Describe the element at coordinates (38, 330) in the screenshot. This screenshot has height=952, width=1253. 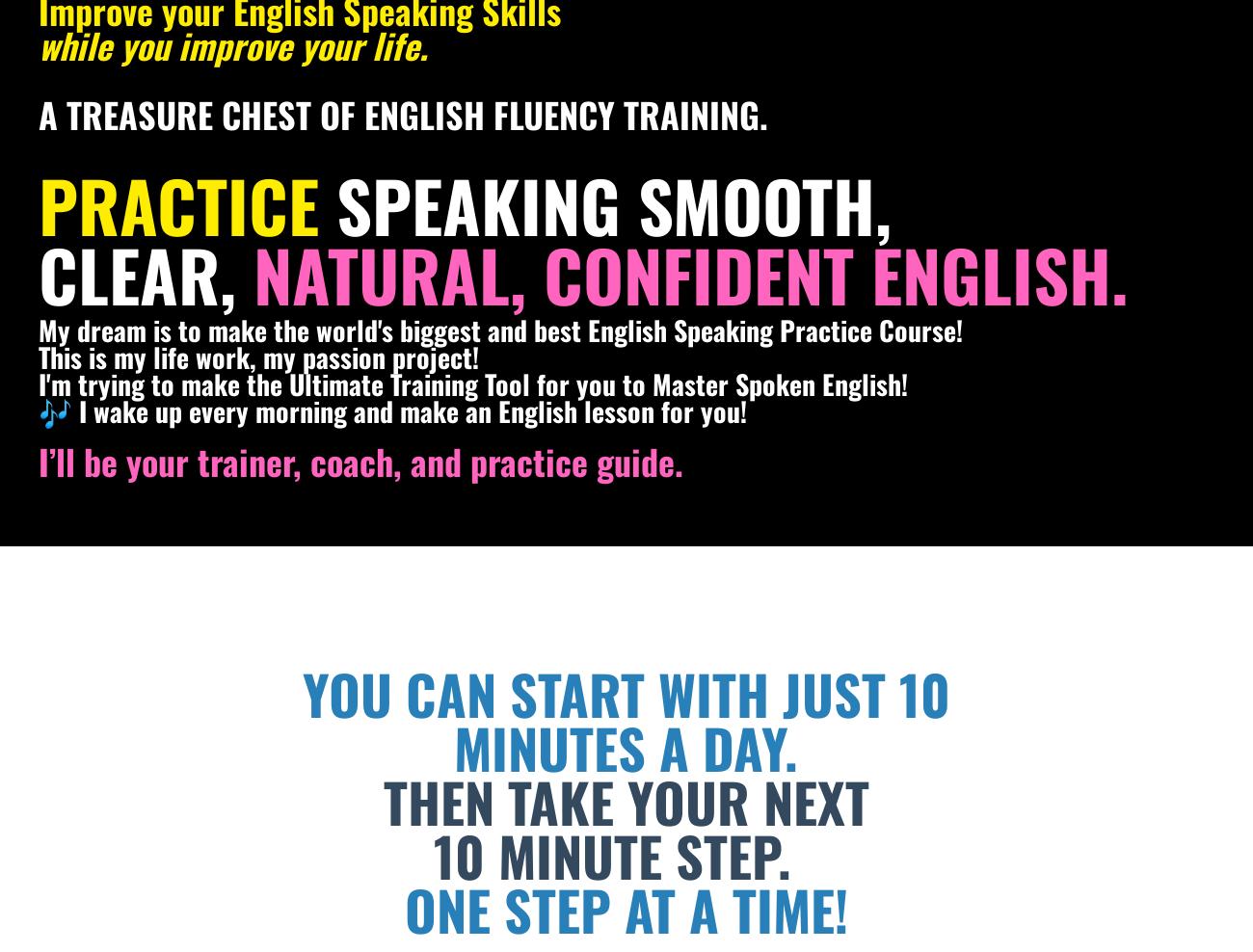
I see `'My dream is to make'` at that location.